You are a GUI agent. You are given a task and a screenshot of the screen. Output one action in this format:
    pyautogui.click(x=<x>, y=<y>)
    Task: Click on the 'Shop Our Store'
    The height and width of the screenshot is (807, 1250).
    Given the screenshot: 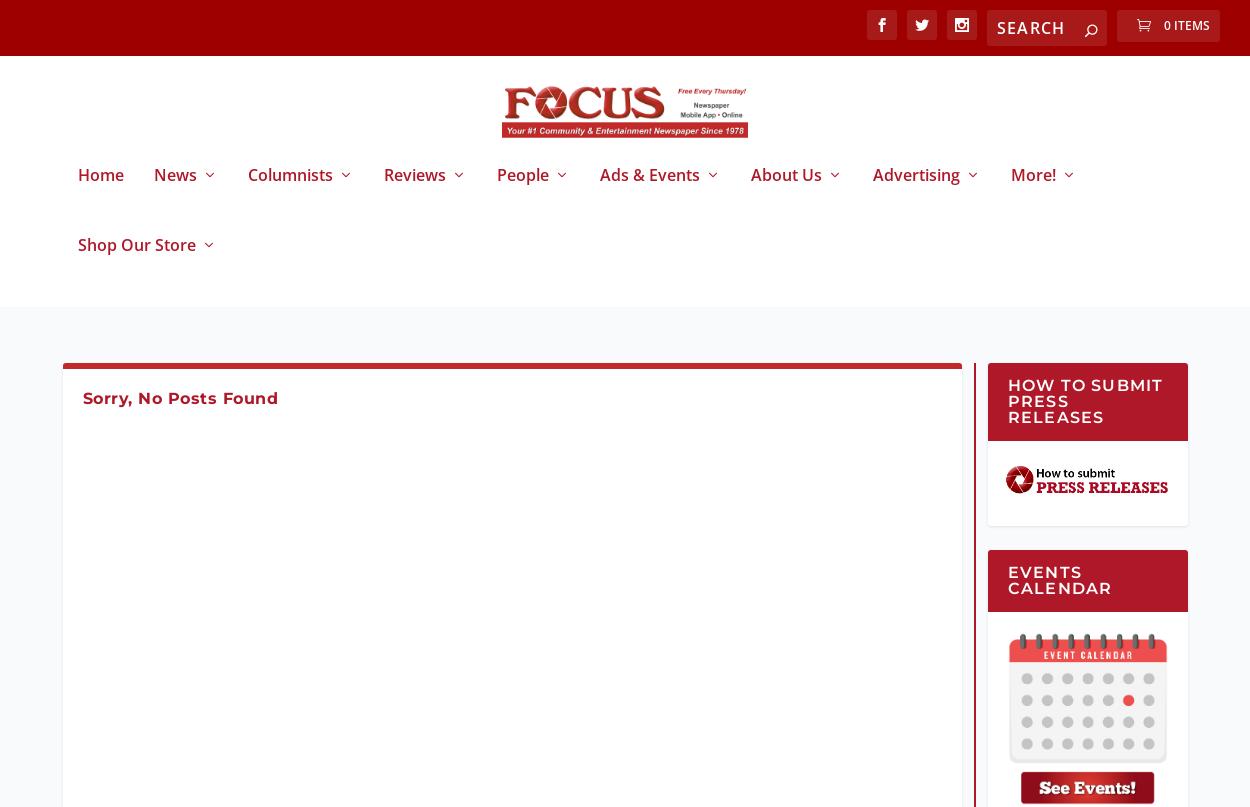 What is the action you would take?
    pyautogui.click(x=136, y=259)
    